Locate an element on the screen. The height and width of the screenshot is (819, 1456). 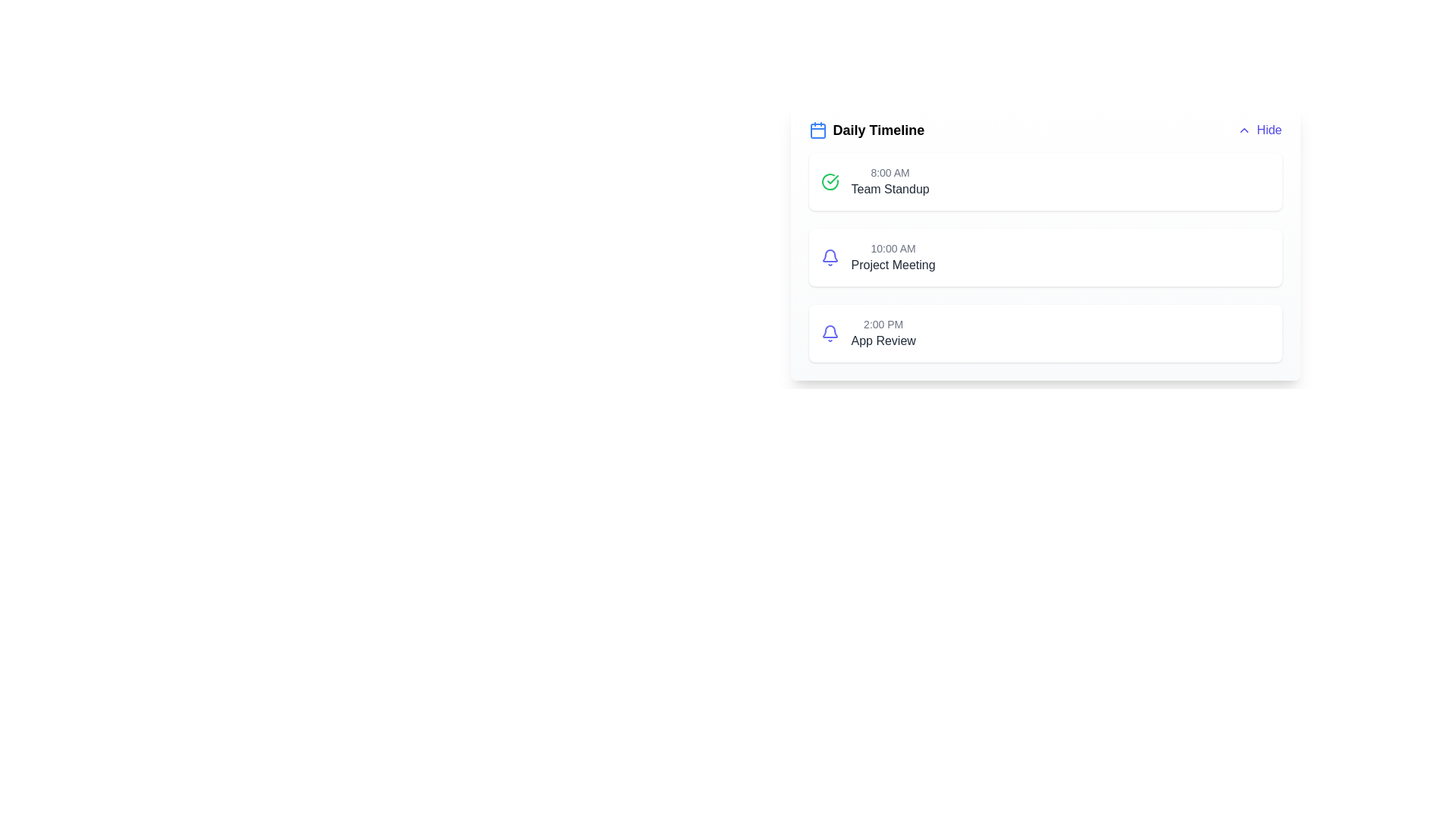
the 'Daily Timeline' header with icon and text is located at coordinates (866, 130).